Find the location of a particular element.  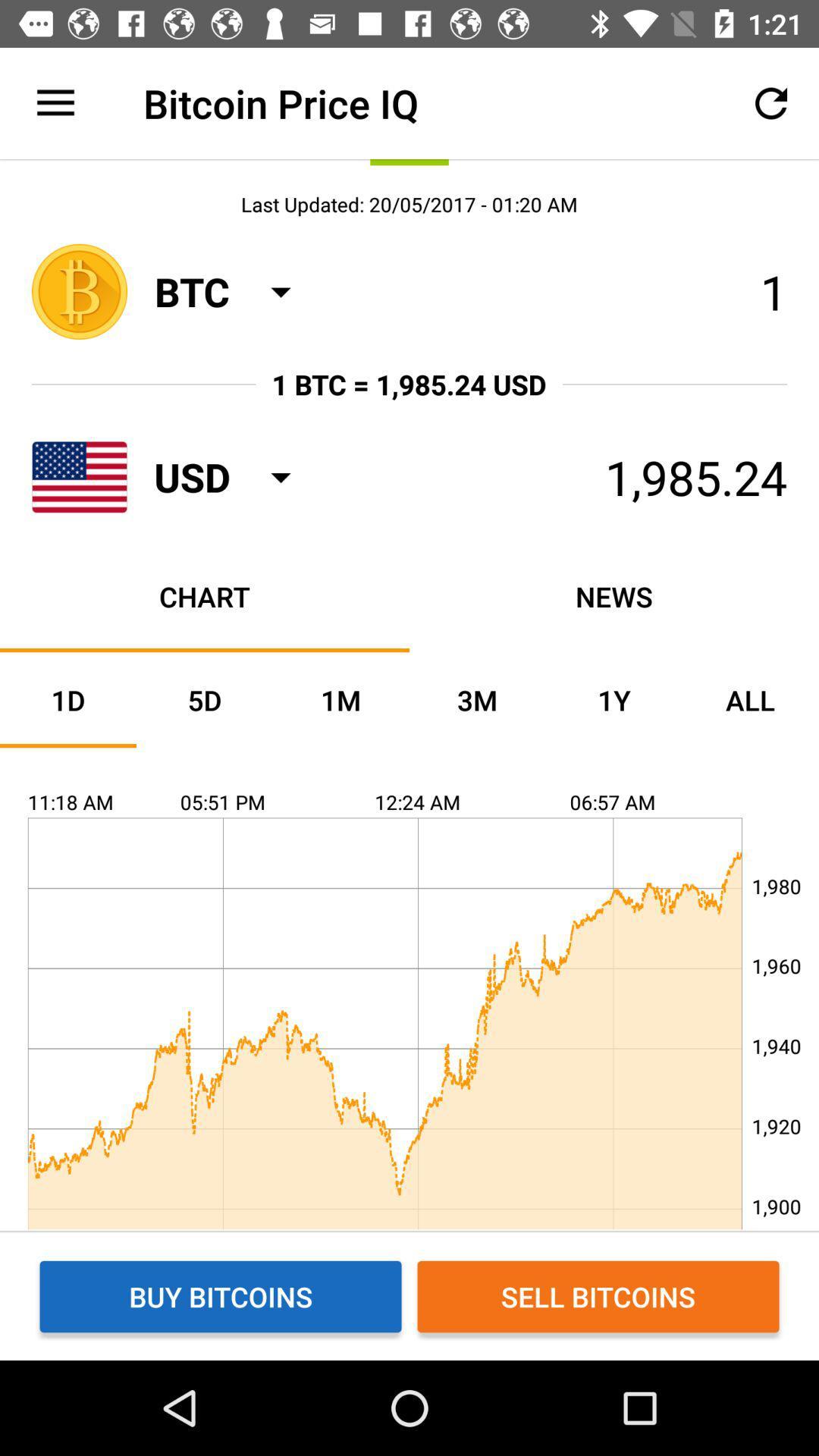

the sell bitcoins is located at coordinates (598, 1295).